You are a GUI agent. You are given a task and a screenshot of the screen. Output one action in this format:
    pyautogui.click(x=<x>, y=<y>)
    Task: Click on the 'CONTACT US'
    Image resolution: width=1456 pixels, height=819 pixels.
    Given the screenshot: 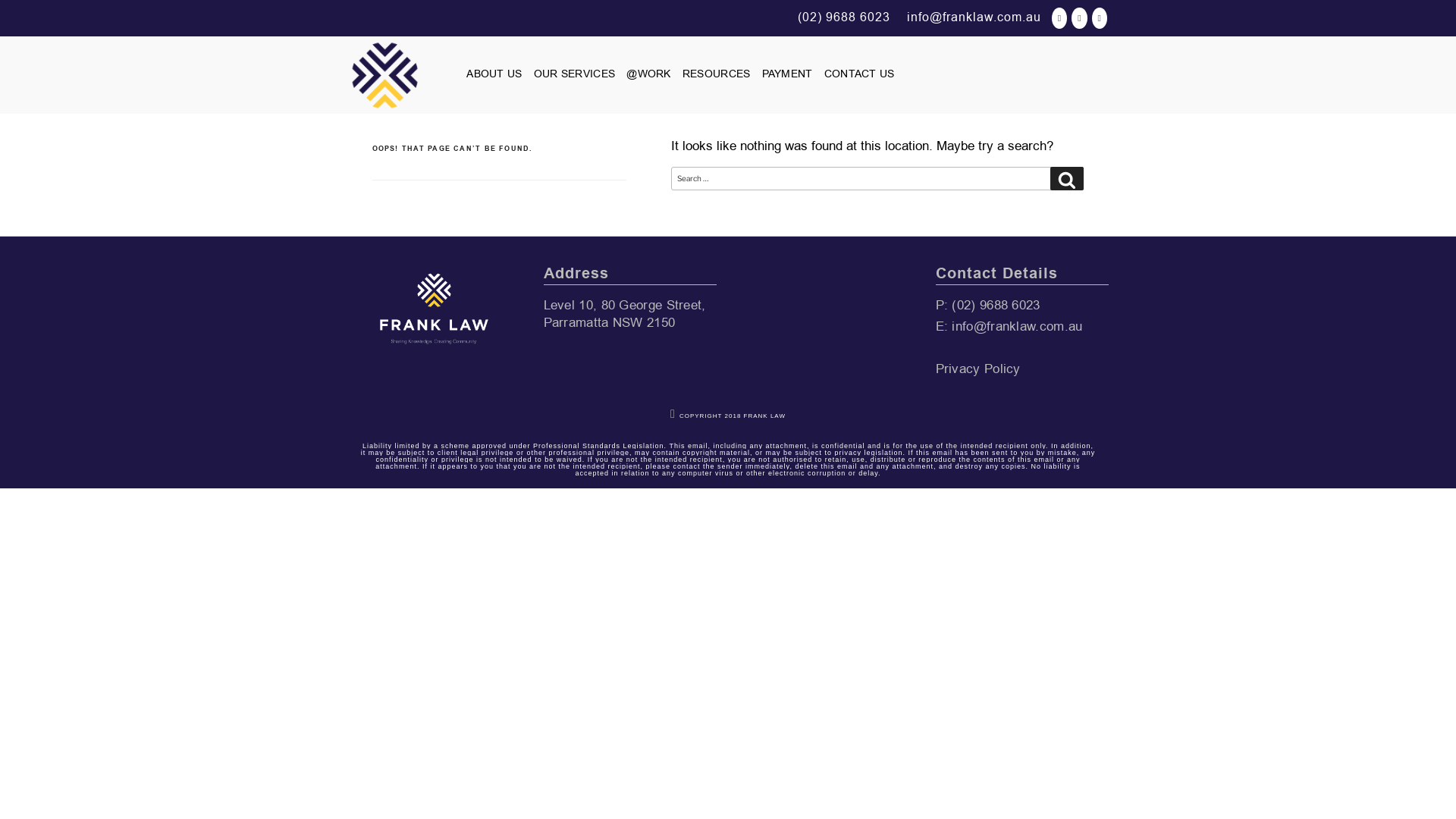 What is the action you would take?
    pyautogui.click(x=859, y=74)
    